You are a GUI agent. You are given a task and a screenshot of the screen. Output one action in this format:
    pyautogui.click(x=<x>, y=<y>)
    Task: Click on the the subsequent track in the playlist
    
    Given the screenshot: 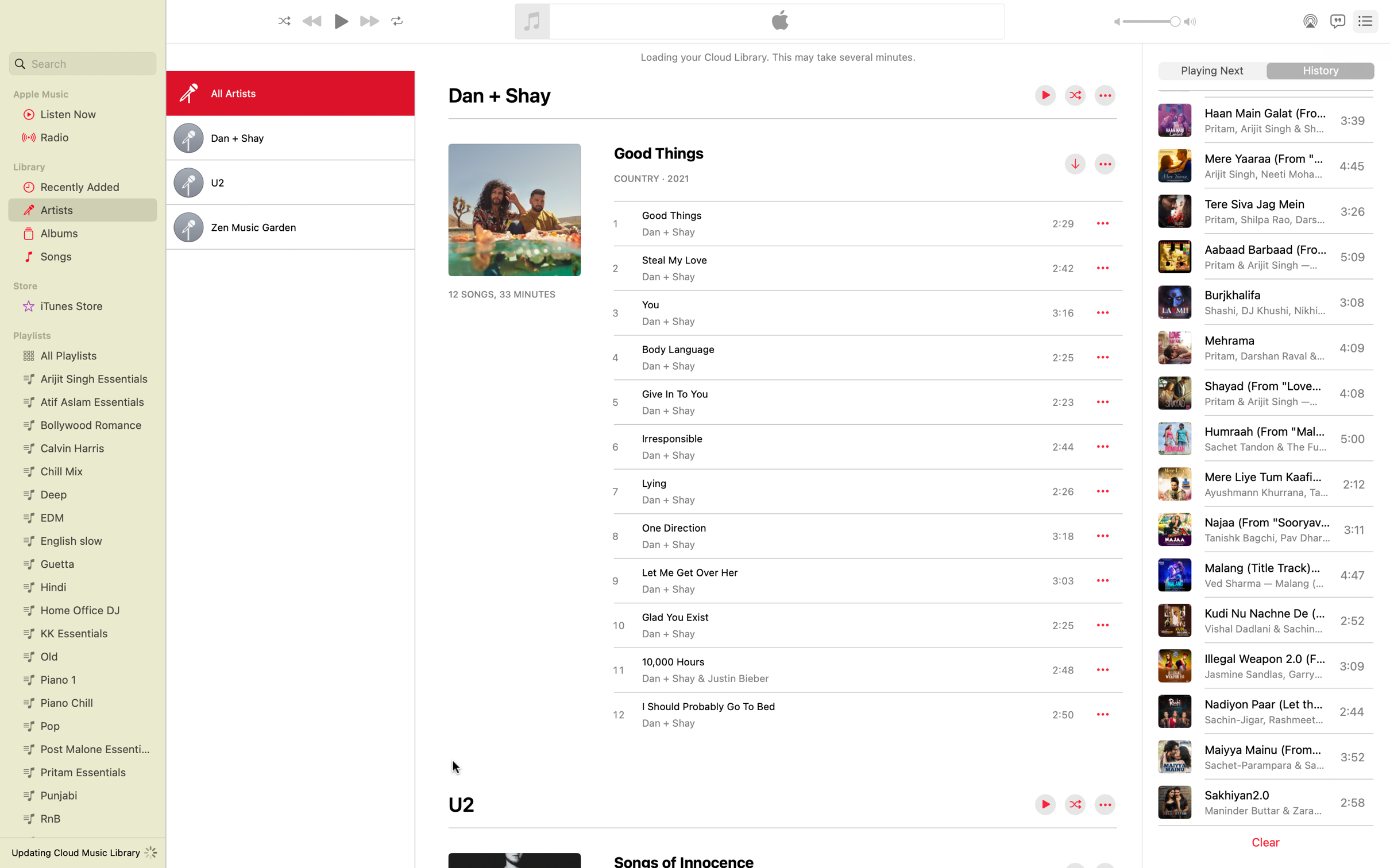 What is the action you would take?
    pyautogui.click(x=1212, y=71)
    